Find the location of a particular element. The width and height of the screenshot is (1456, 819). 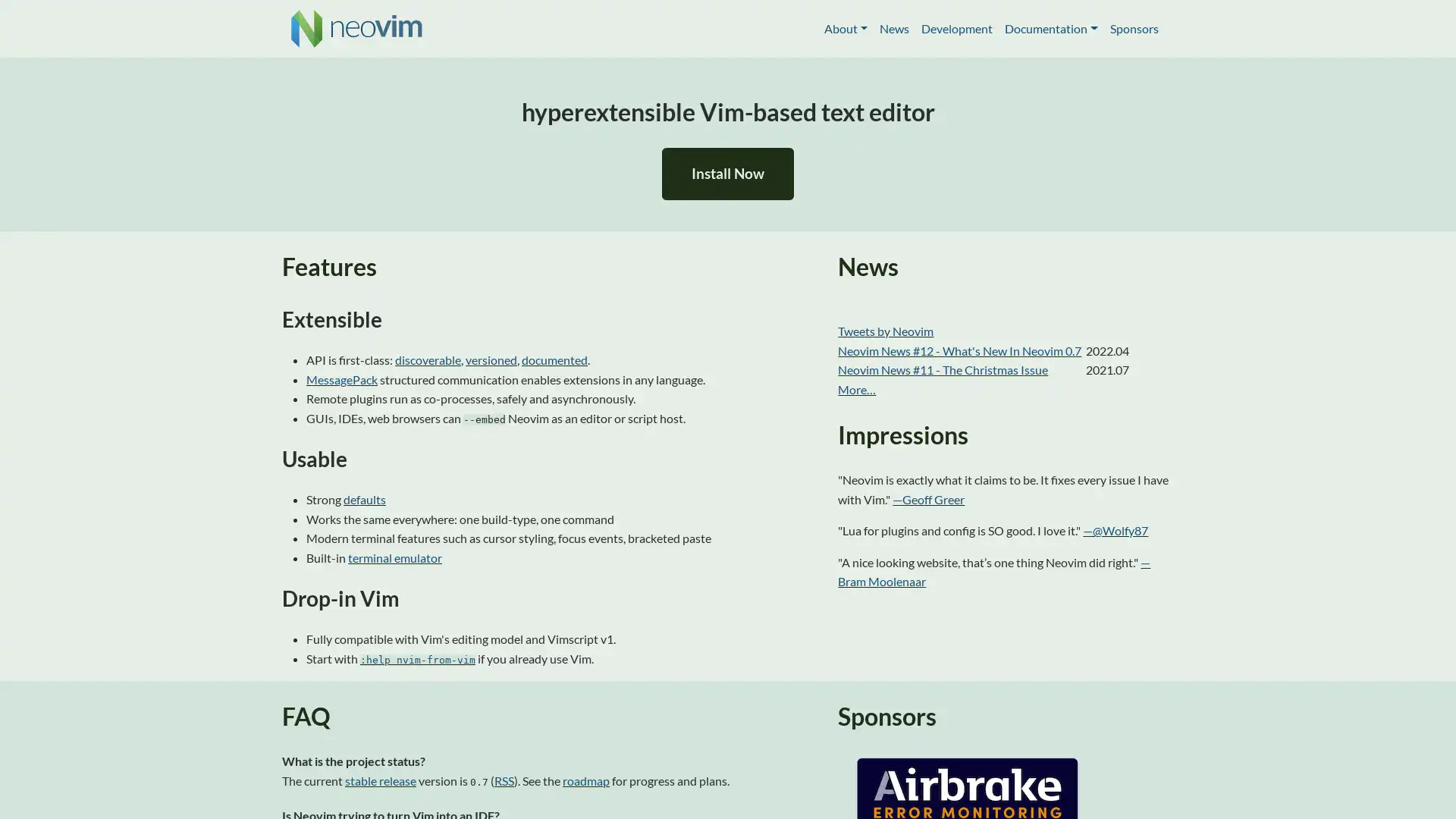

Documentation is located at coordinates (1050, 28).